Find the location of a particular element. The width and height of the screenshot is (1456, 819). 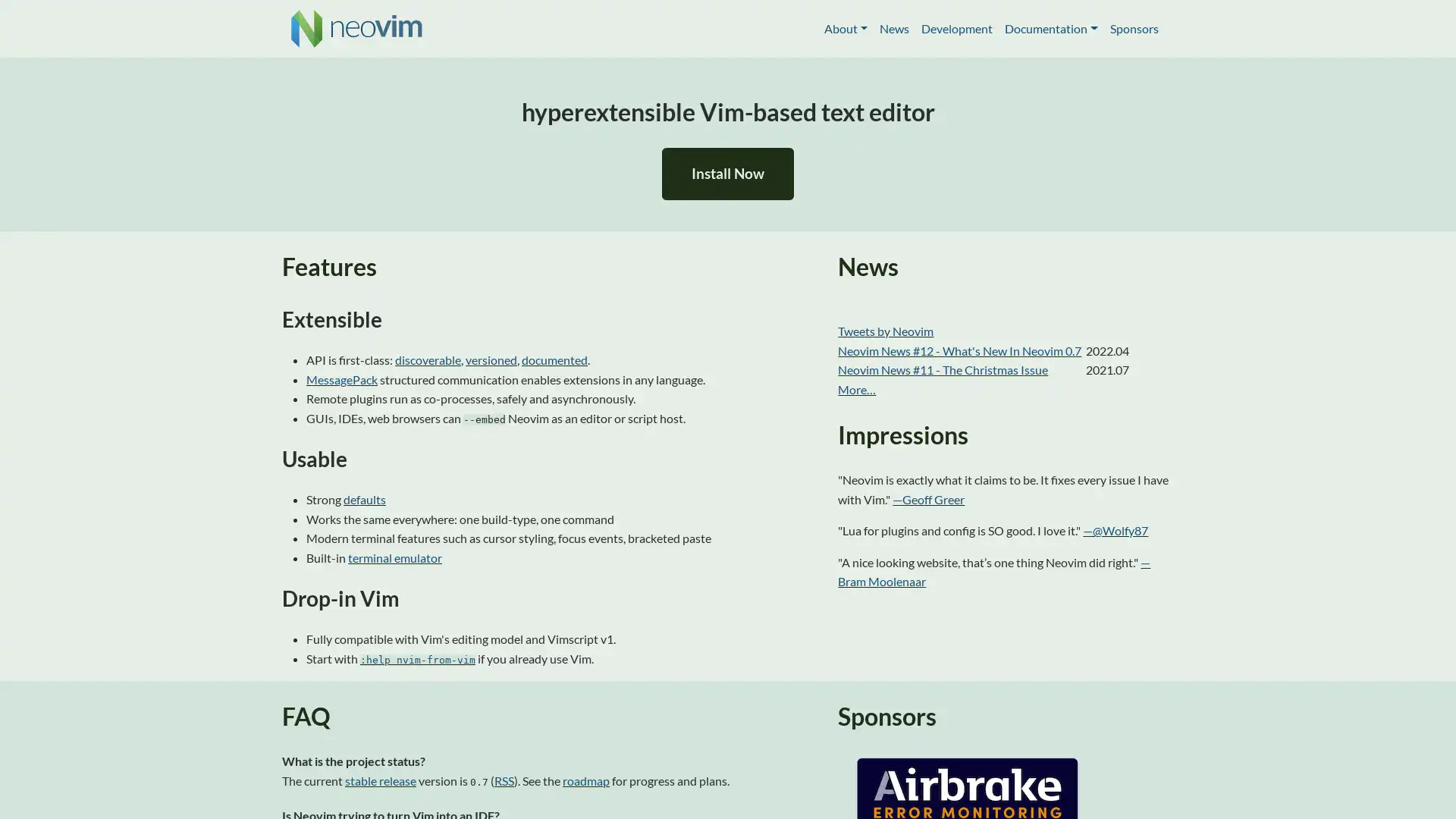

Documentation is located at coordinates (1050, 28).